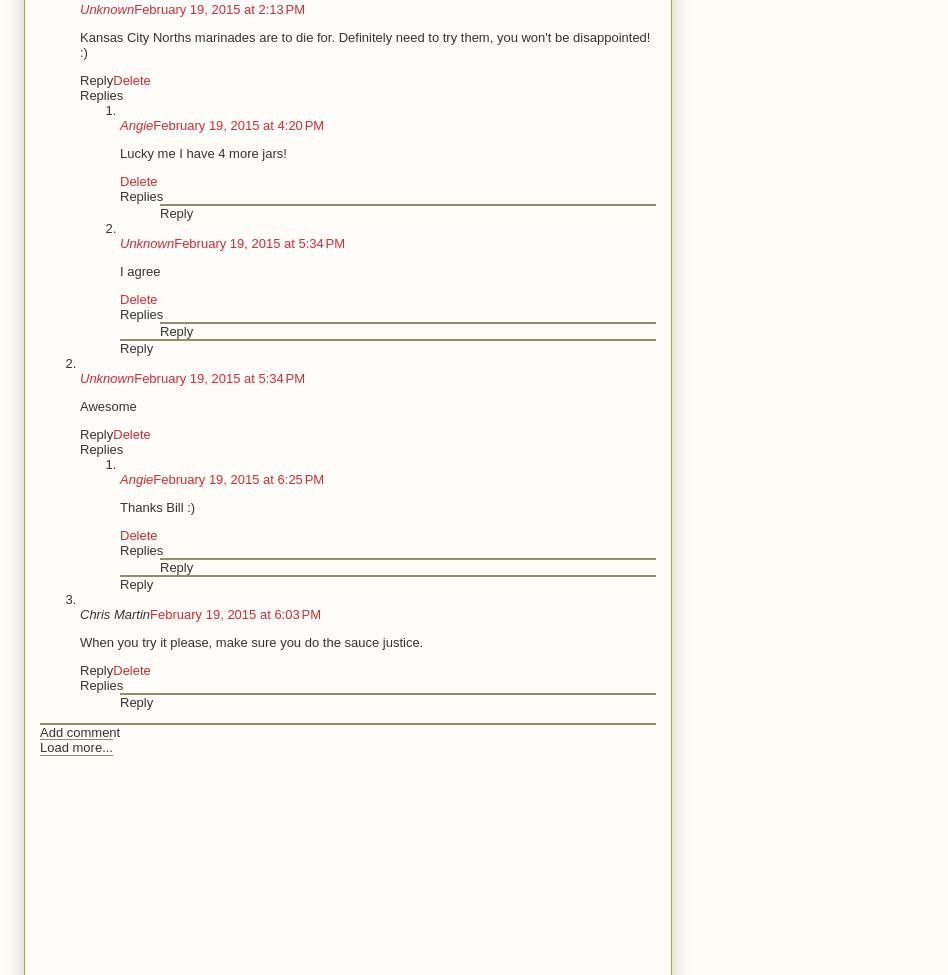 Image resolution: width=948 pixels, height=975 pixels. I want to click on 'Add comment', so click(80, 731).